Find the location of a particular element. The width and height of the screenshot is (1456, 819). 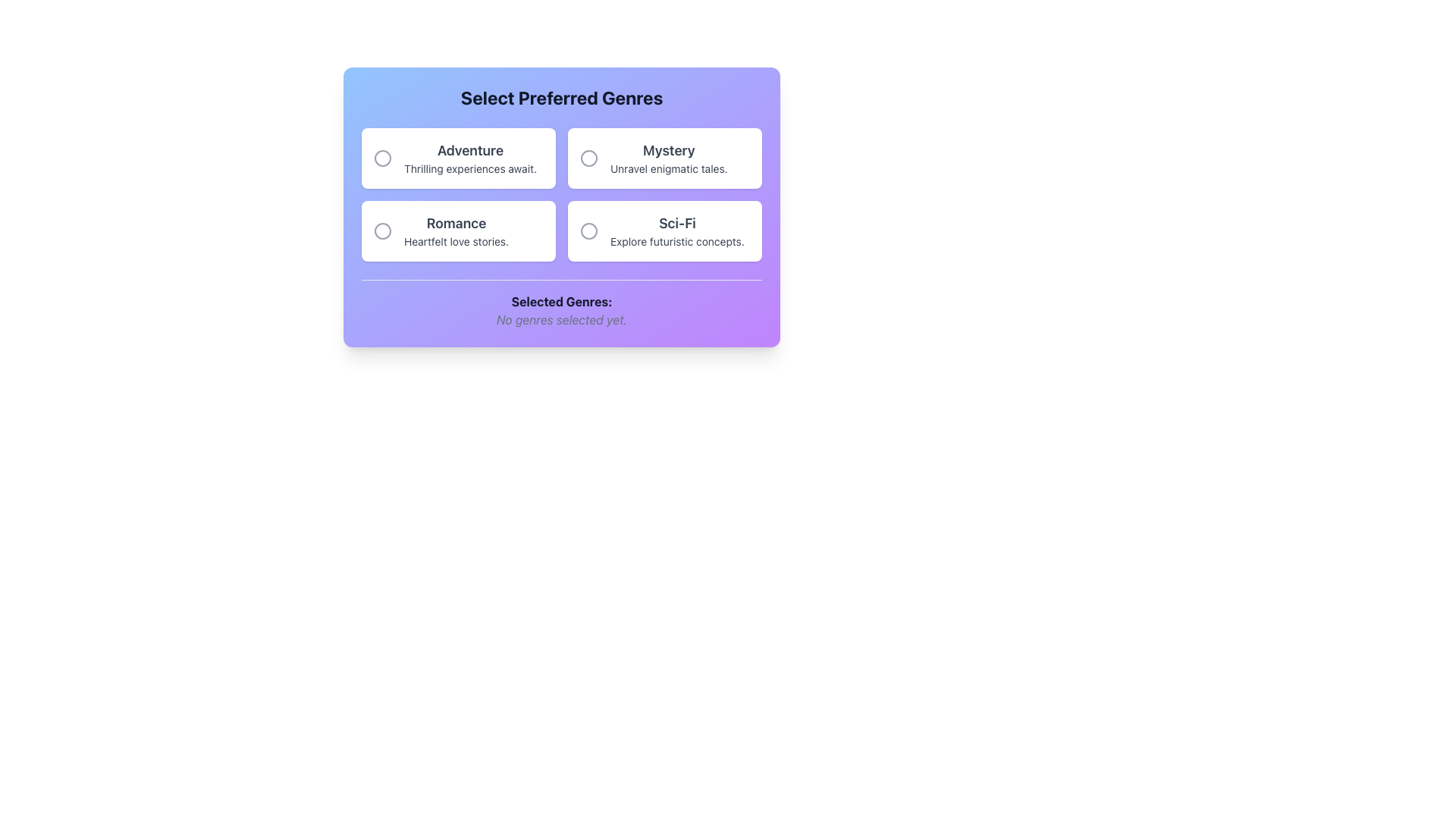

the text label displaying 'Mystery', which is styled in bold and larger font, located in the top-right section of the genre selection interface next to its corresponding radio button is located at coordinates (668, 151).